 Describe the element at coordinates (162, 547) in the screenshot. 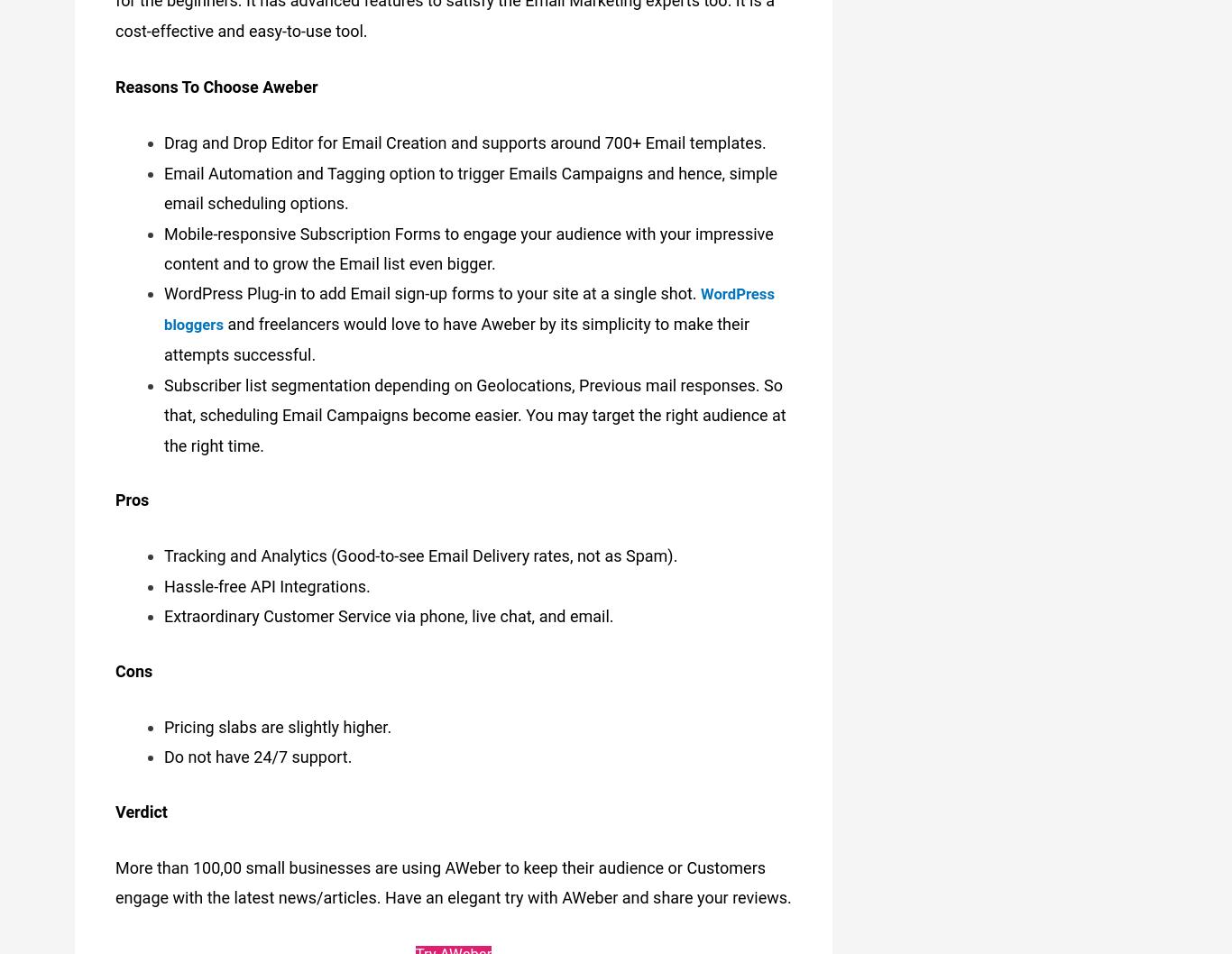

I see `'Tracking and Analytics (Good-to-see Email Delivery rates, not as Spam).'` at that location.